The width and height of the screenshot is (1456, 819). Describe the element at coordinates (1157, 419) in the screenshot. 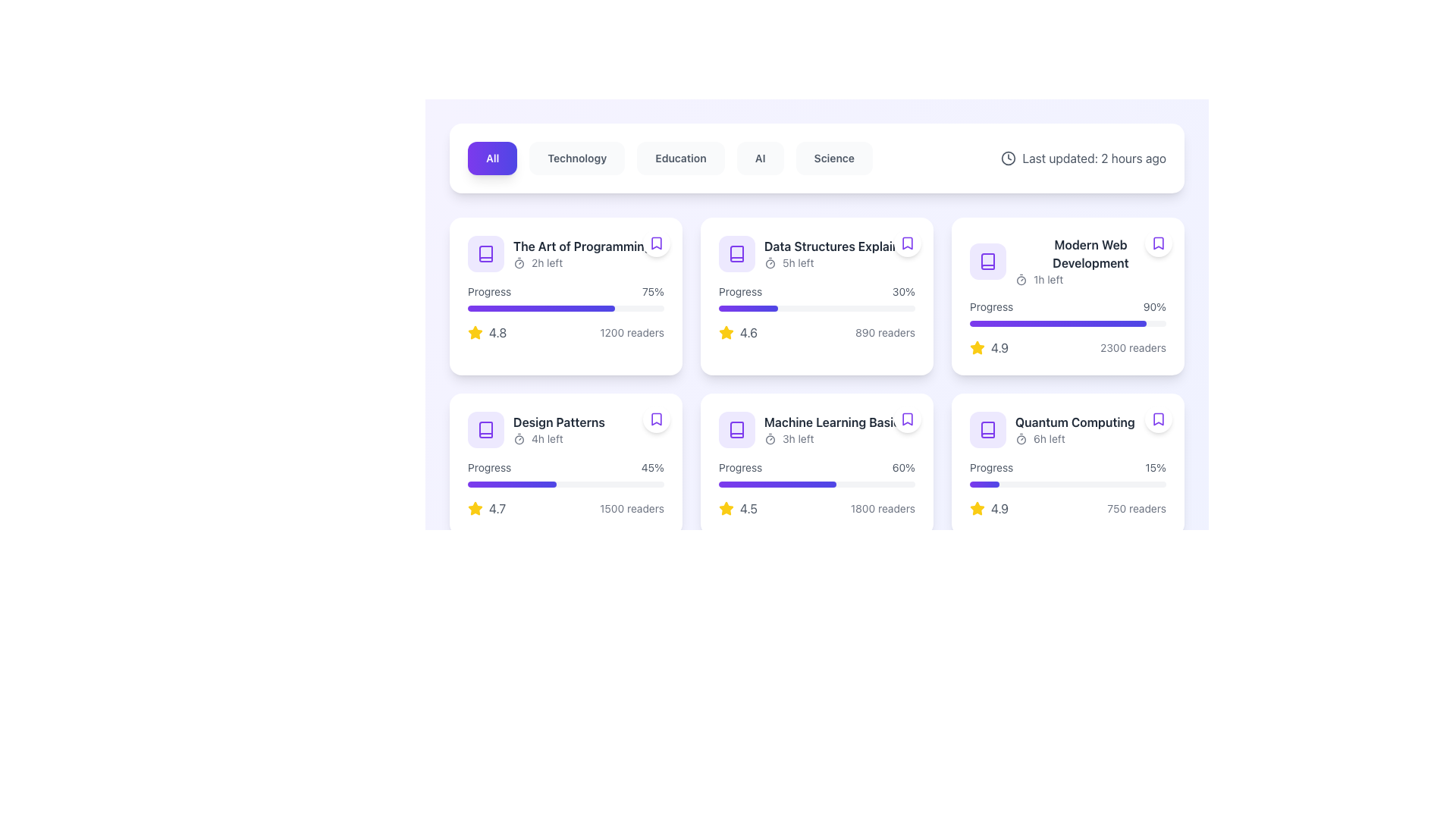

I see `the bookmark icon embedded within the button located in the top-right corner of the learning module card to bookmark the module` at that location.